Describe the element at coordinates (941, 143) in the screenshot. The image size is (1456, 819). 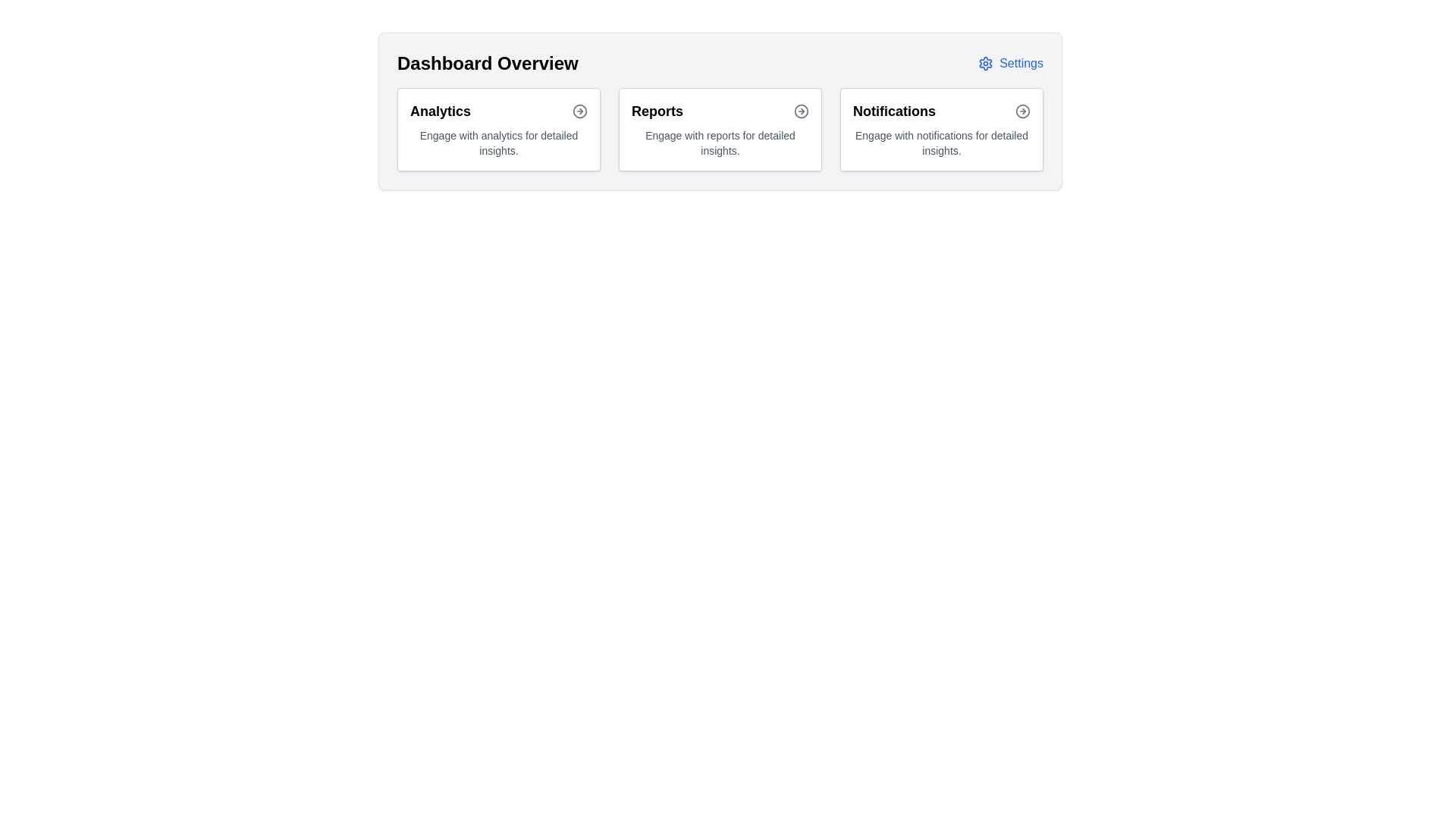
I see `text content of the element displaying 'Engage with notifications for detailed insights.' which is located below the 'Notifications' heading` at that location.